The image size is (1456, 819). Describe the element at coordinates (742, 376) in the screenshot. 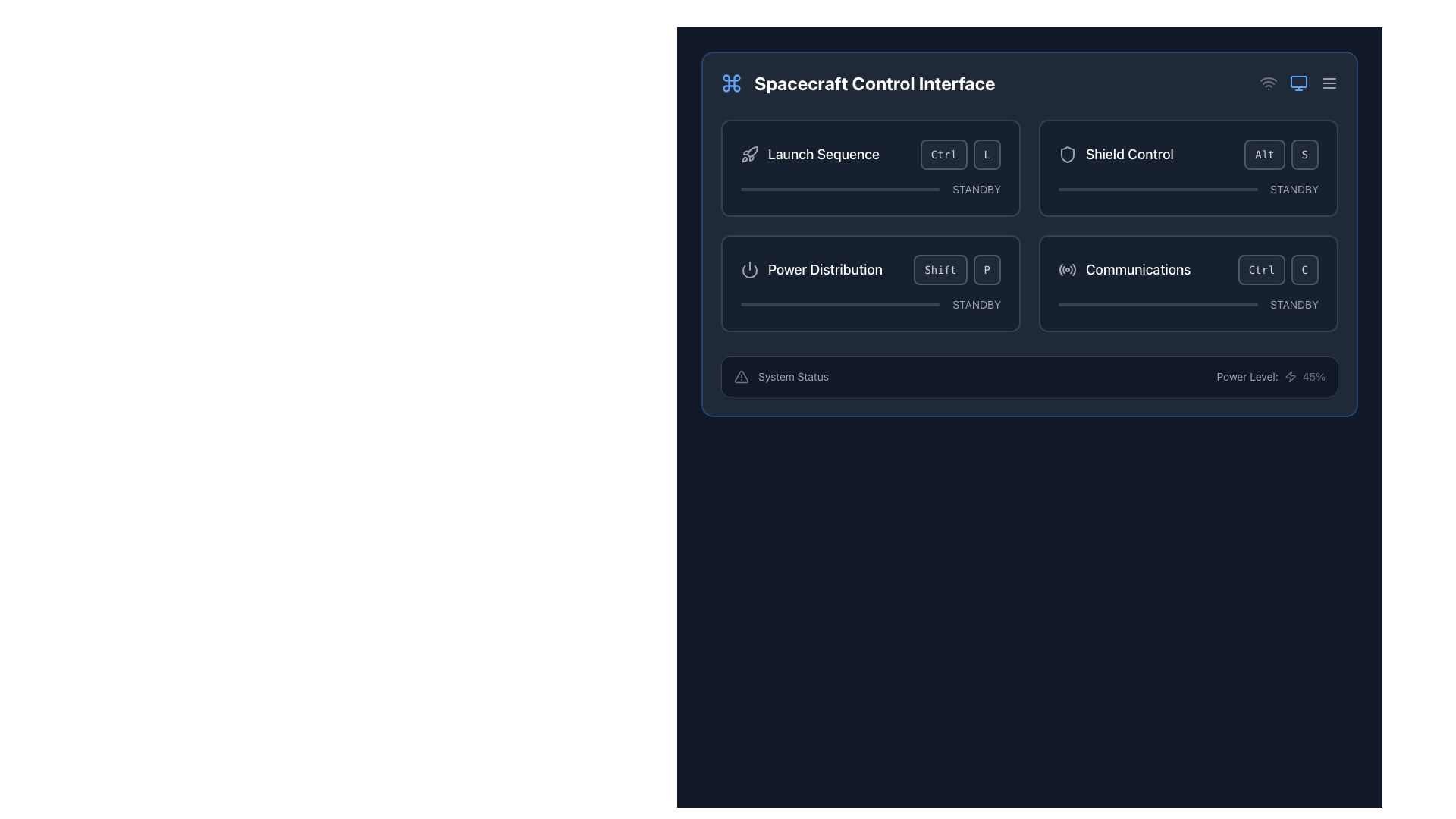

I see `the alert indicator icon in the 'System Status' section, which suggests a warning or issue in the system` at that location.